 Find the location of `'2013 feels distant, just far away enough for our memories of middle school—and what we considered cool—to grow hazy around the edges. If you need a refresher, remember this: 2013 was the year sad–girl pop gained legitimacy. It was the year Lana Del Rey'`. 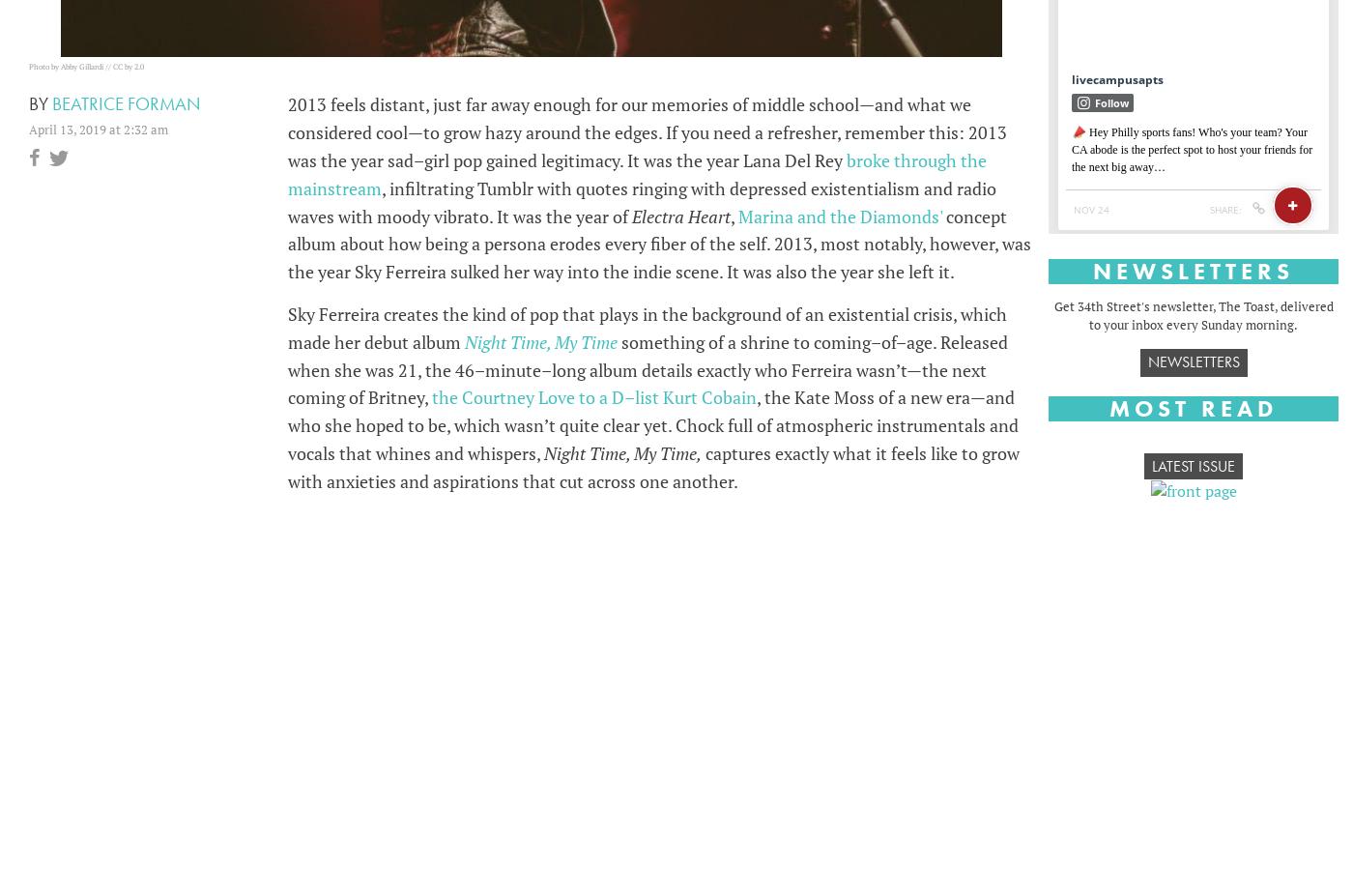

'2013 feels distant, just far away enough for our memories of middle school—and what we considered cool—to grow hazy around the edges. If you need a refresher, remember this: 2013 was the year sad–girl pop gained legitimacy. It was the year Lana Del Rey' is located at coordinates (647, 131).